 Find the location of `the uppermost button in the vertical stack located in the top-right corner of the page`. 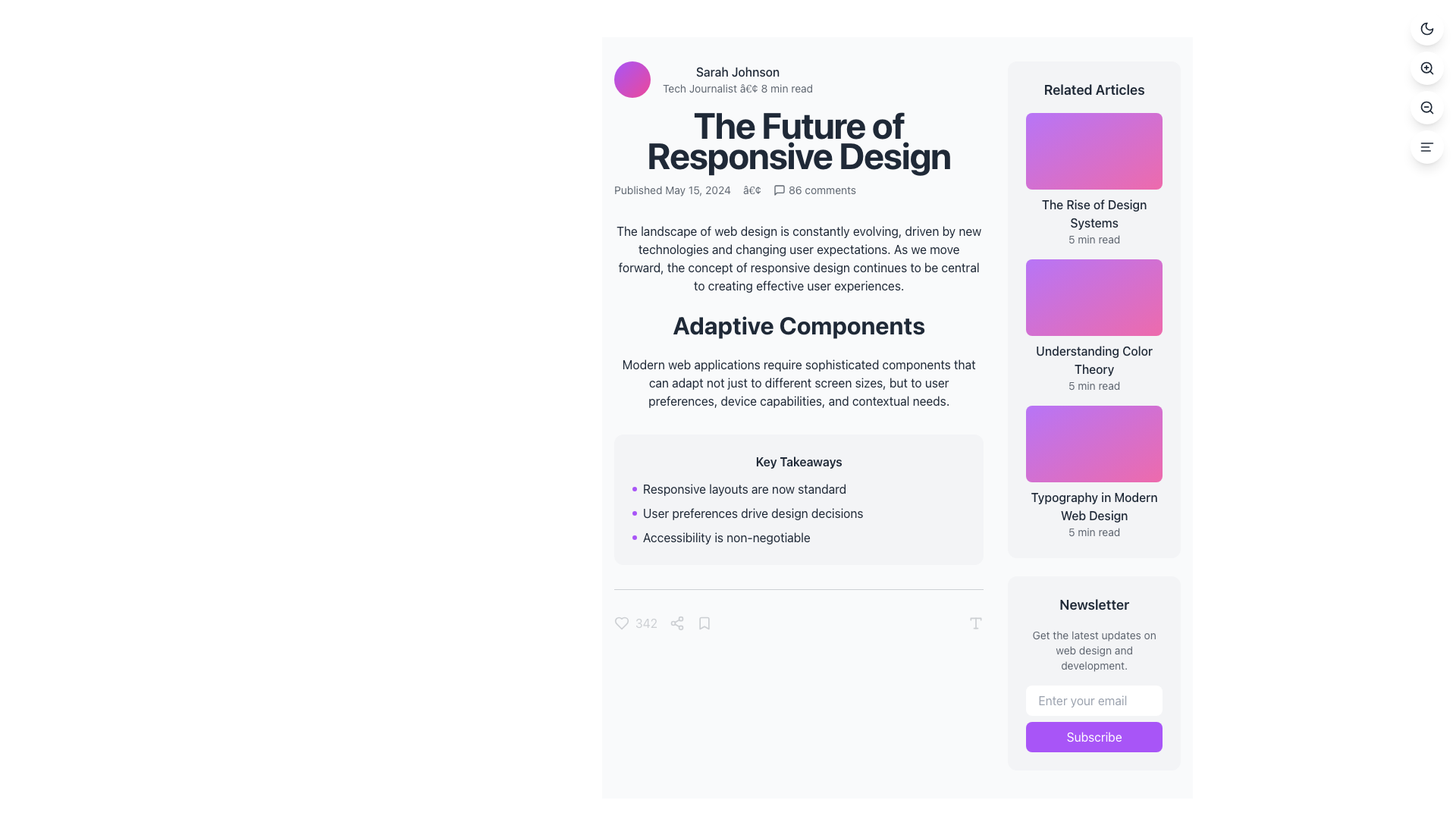

the uppermost button in the vertical stack located in the top-right corner of the page is located at coordinates (1426, 29).